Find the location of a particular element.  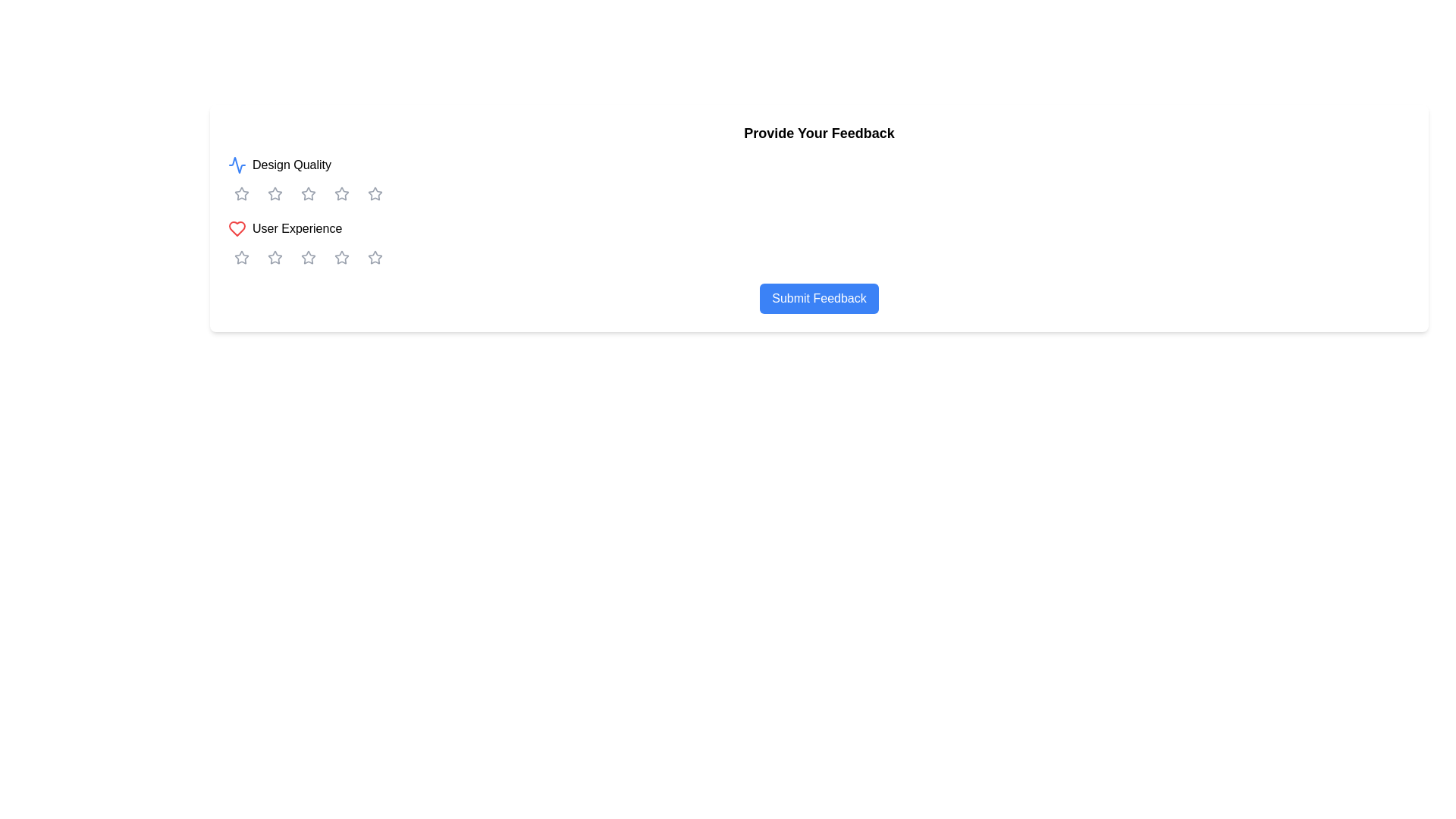

the third star-shaped icon used for rating under the 'User Experience' section by navigating with the keyboard is located at coordinates (341, 256).